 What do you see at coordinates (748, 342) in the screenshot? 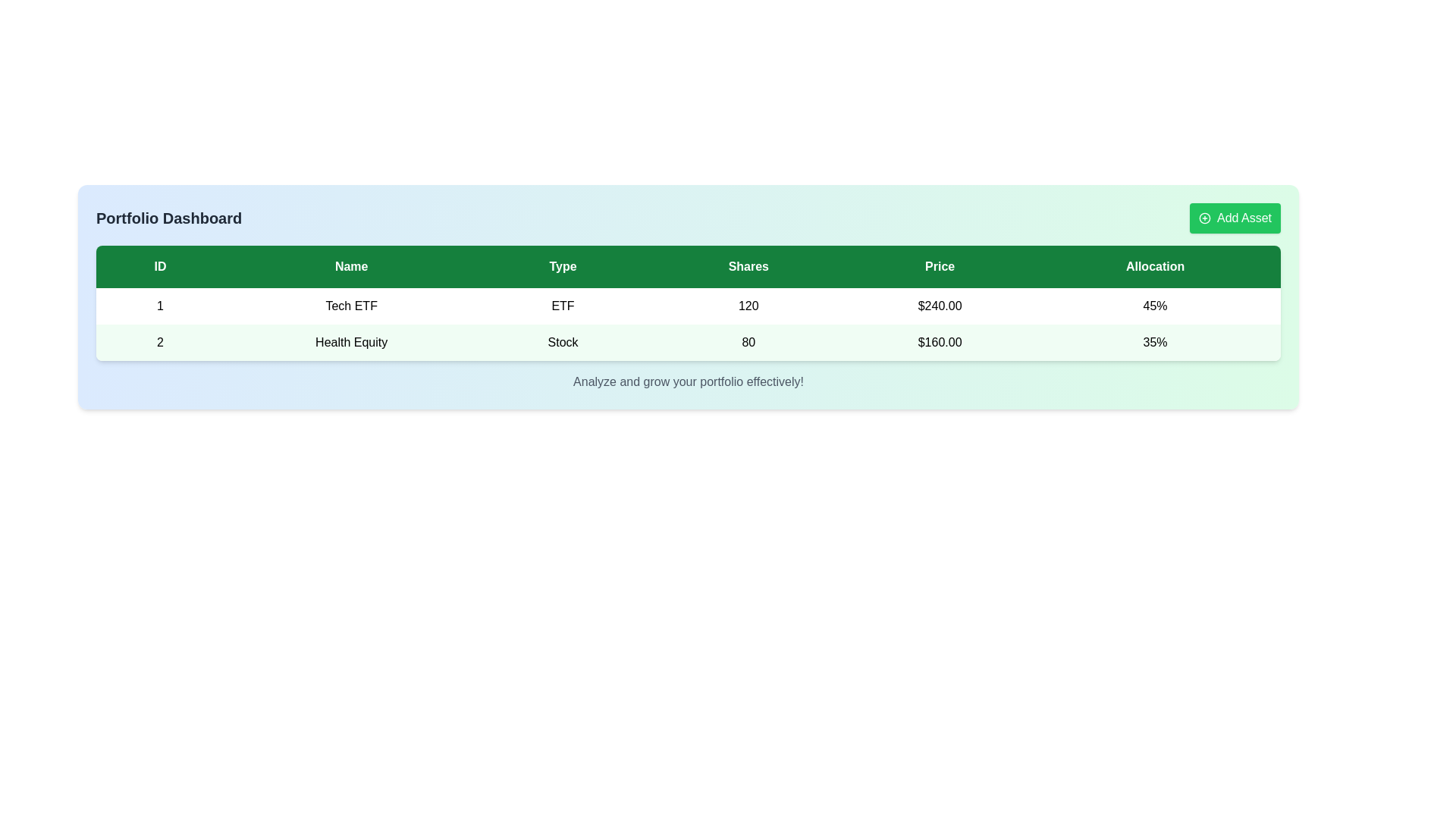
I see `numeric value displayed in the 'Shares' column for the asset 'Health Equity' located in the second row of the table` at bounding box center [748, 342].